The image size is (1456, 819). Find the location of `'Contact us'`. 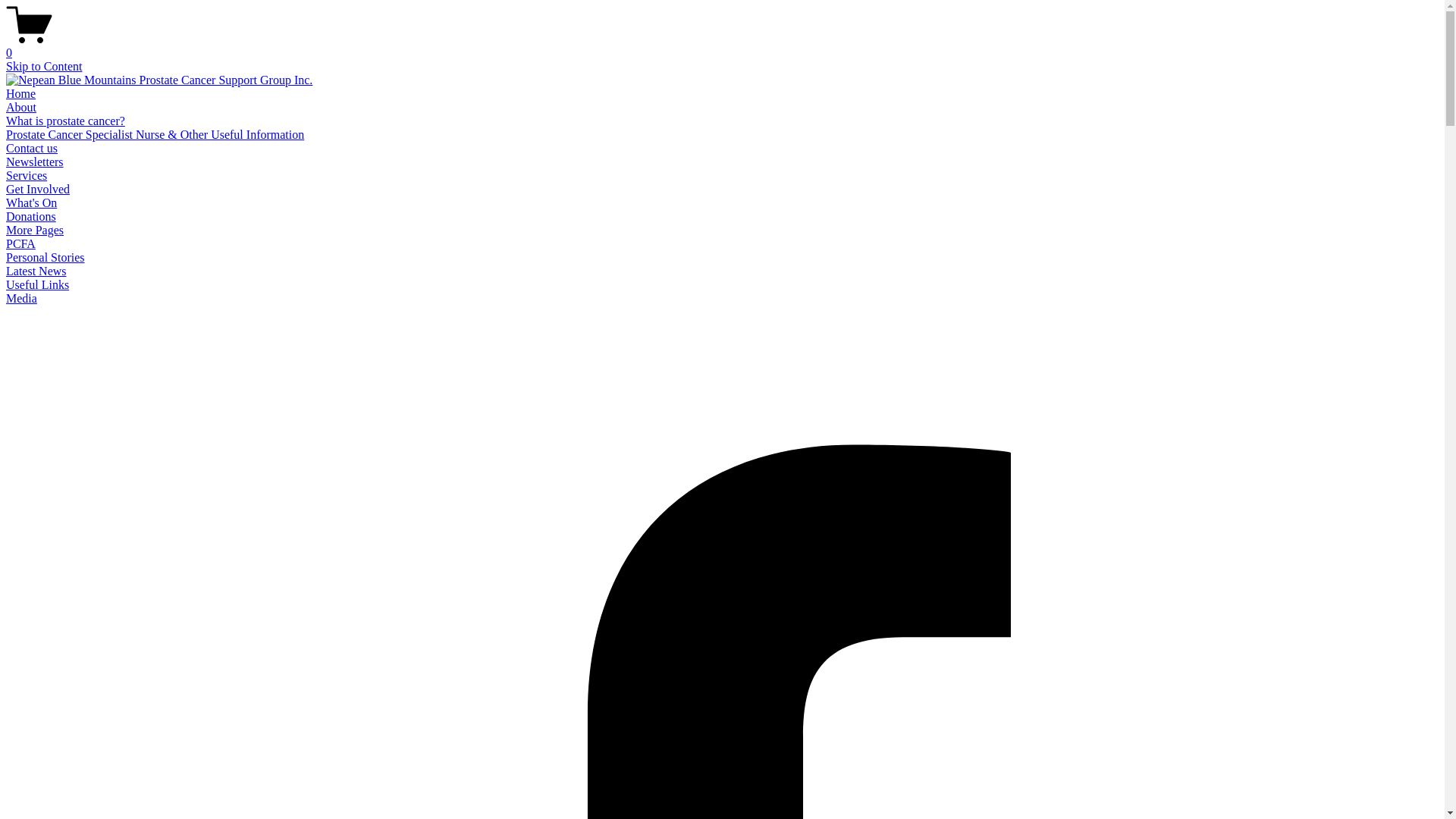

'Contact us' is located at coordinates (32, 148).